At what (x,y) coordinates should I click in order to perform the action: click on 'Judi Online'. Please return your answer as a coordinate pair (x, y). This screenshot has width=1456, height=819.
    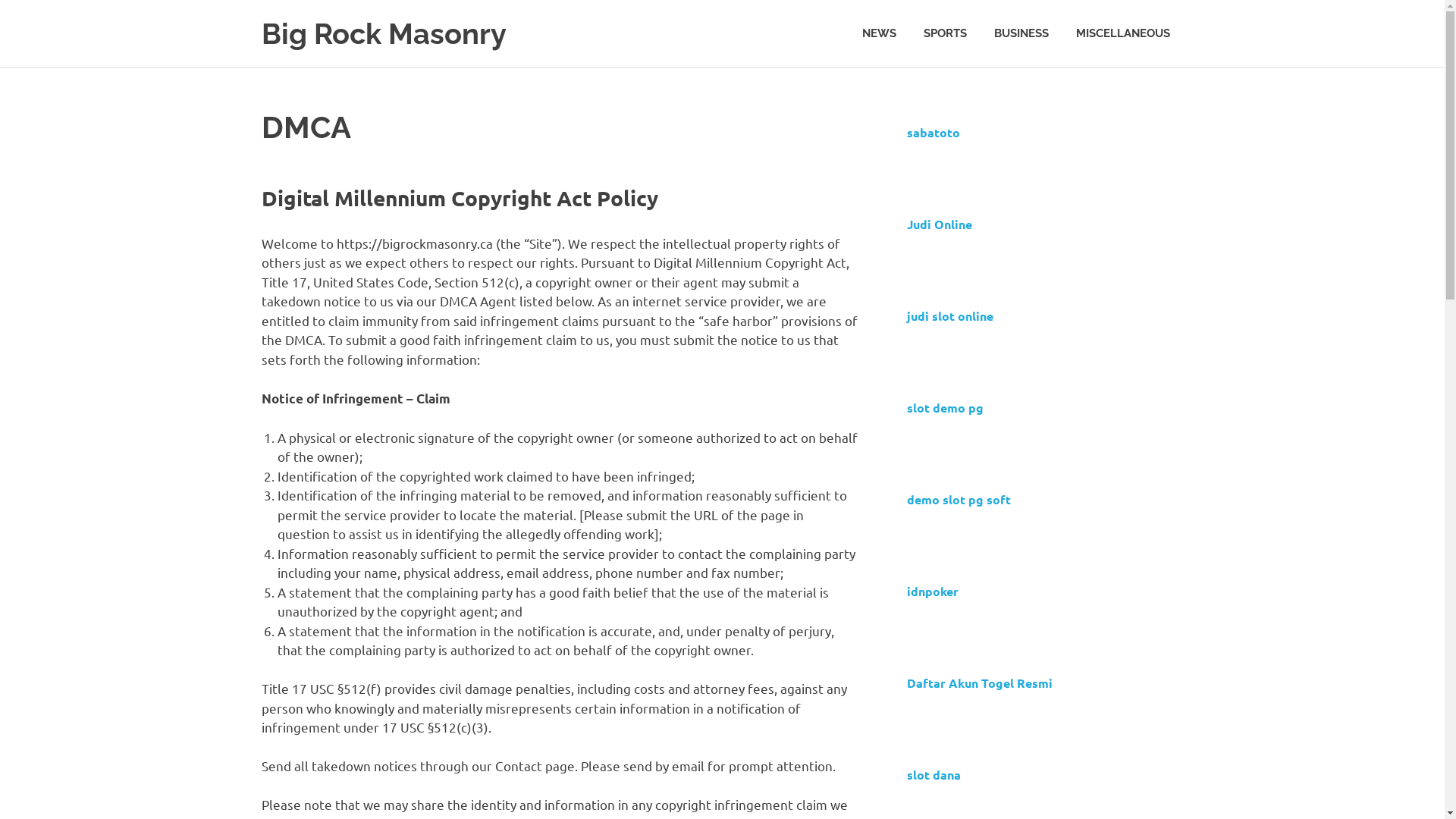
    Looking at the image, I should click on (938, 223).